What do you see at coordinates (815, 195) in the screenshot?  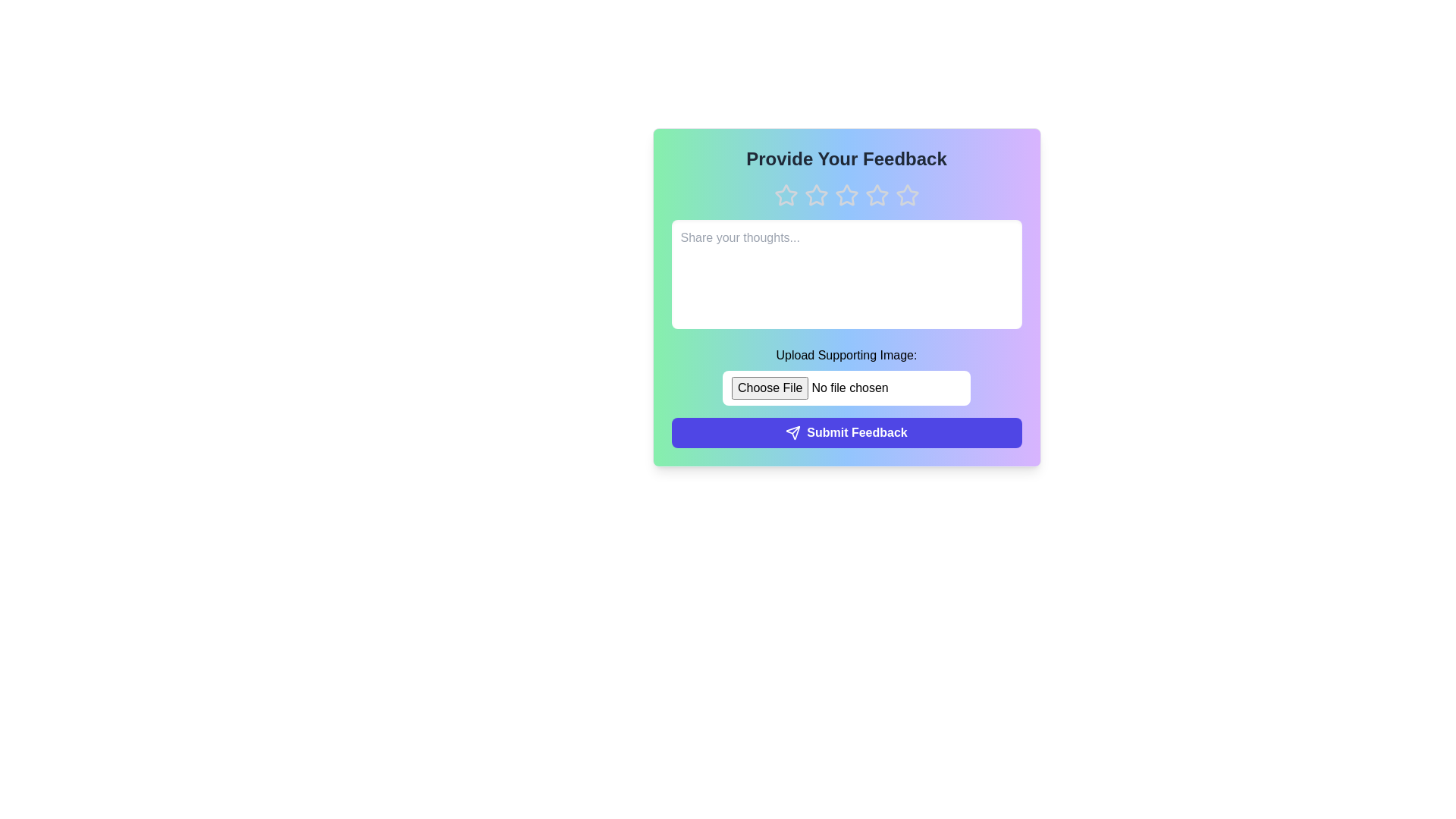 I see `the second star icon from the left` at bounding box center [815, 195].